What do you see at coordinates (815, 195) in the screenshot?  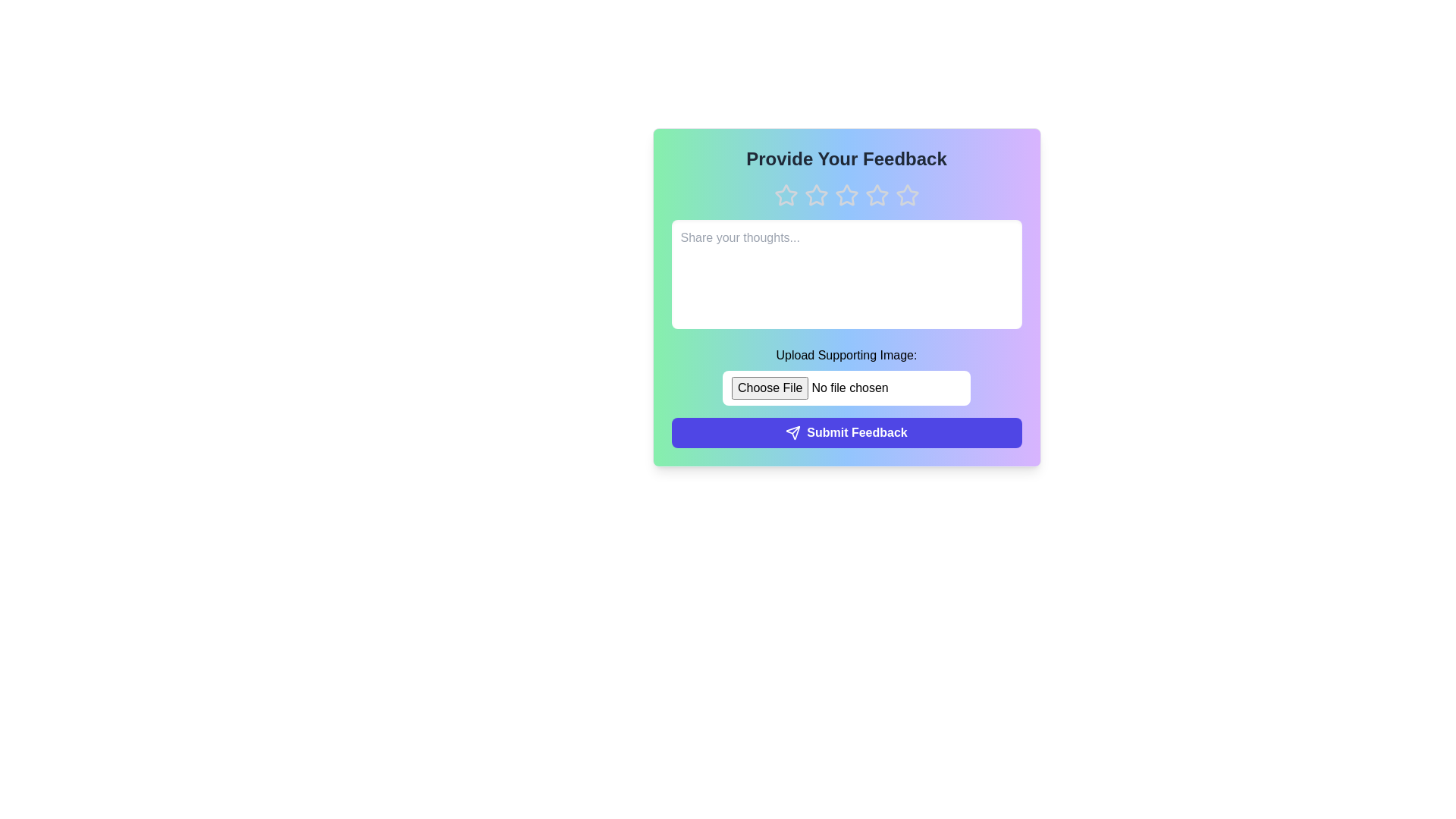 I see `the second star icon from the left` at bounding box center [815, 195].